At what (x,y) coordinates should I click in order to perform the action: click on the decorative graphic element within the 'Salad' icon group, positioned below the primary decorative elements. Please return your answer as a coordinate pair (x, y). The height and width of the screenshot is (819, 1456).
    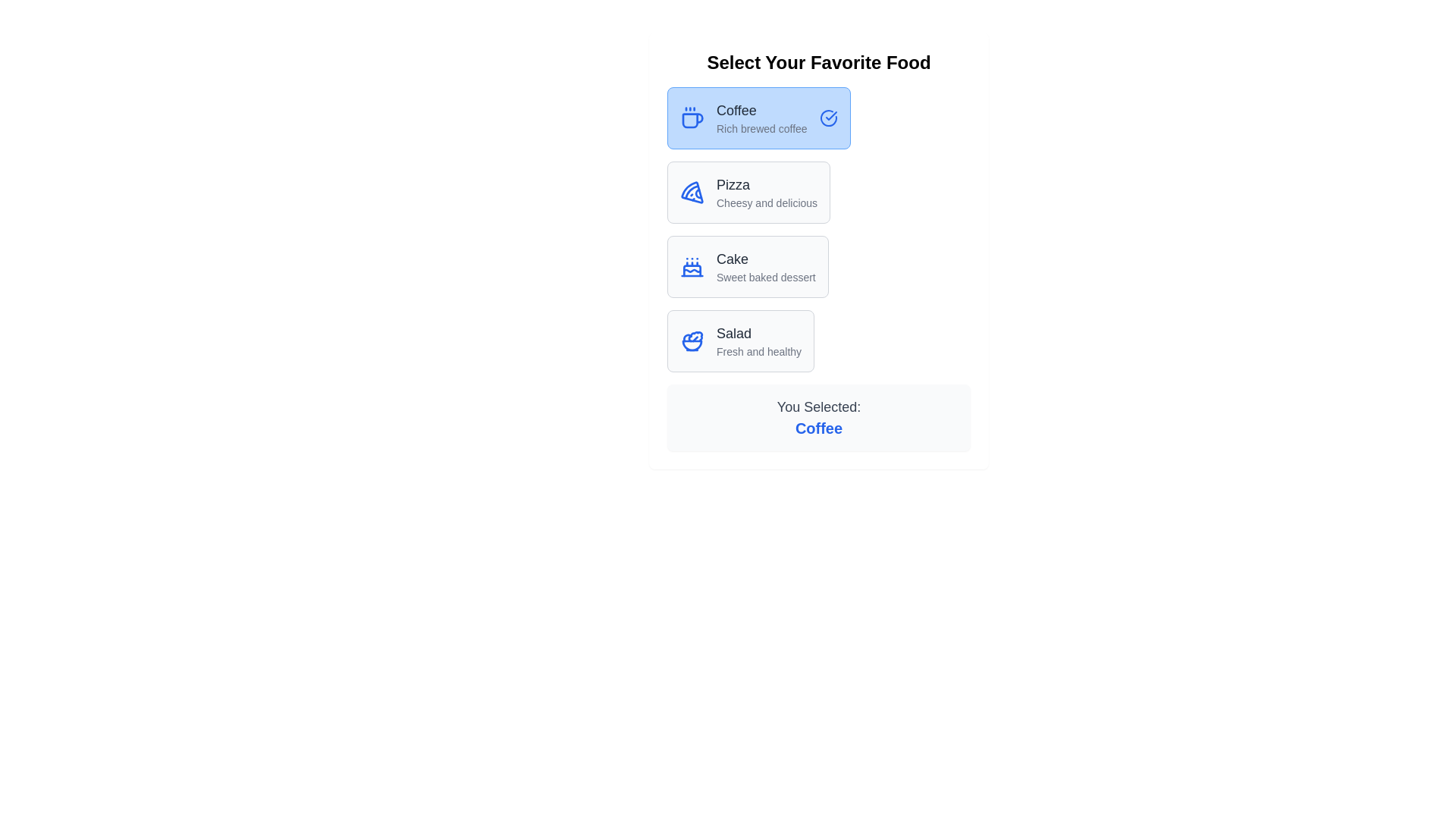
    Looking at the image, I should click on (691, 345).